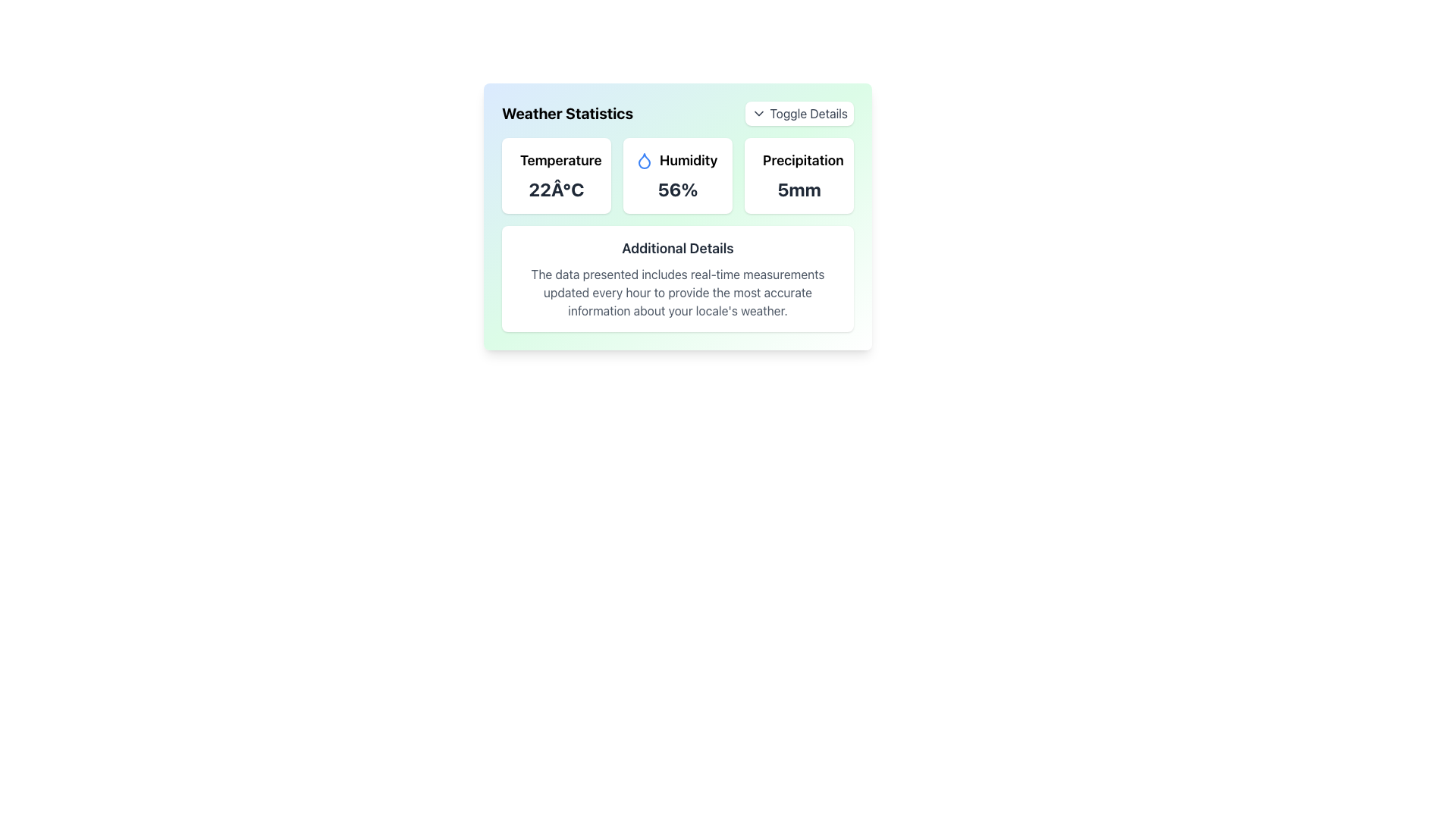 This screenshot has height=819, width=1456. What do you see at coordinates (676, 161) in the screenshot?
I see `the 'Humidity' label with a blue droplet icon, which is the first item in the weather metrics list on the weather card` at bounding box center [676, 161].